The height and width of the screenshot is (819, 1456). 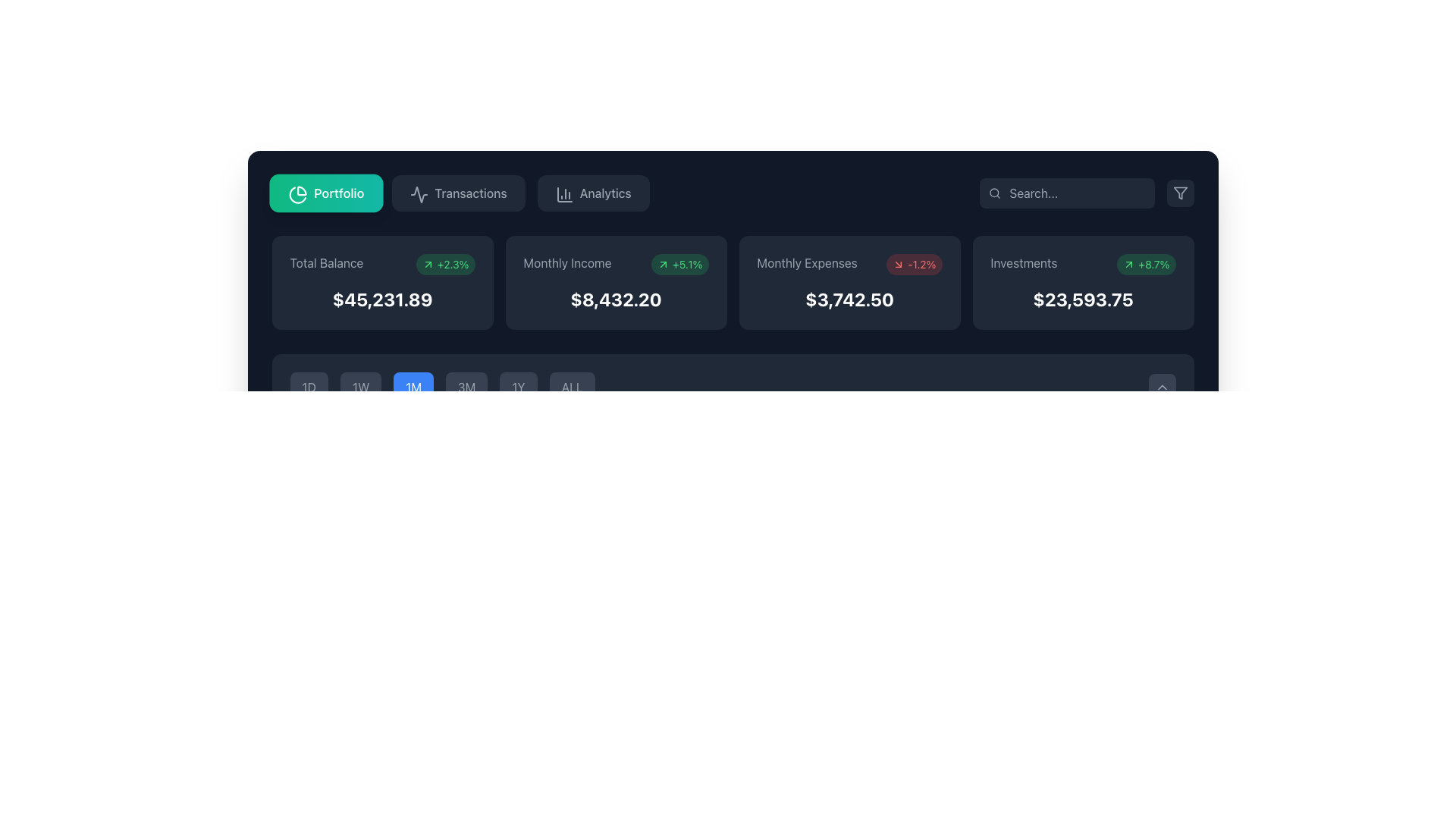 What do you see at coordinates (1129, 263) in the screenshot?
I see `the small SVG icon representing an upward-right arrow with a green outline located in the top-right section of the dashboard within the 'Investments' card` at bounding box center [1129, 263].